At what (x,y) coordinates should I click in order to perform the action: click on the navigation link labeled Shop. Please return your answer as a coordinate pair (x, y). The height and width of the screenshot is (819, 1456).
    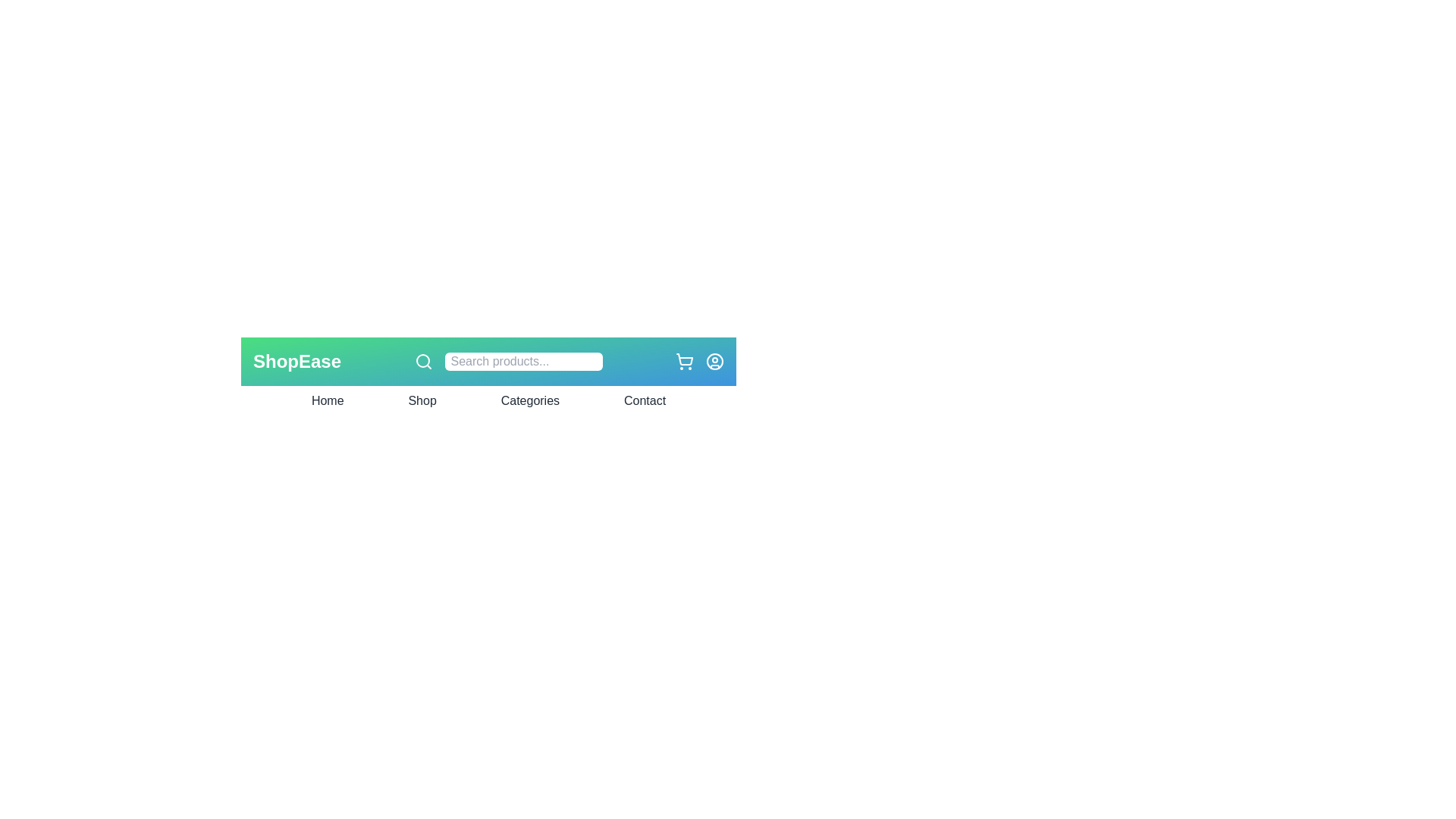
    Looking at the image, I should click on (422, 400).